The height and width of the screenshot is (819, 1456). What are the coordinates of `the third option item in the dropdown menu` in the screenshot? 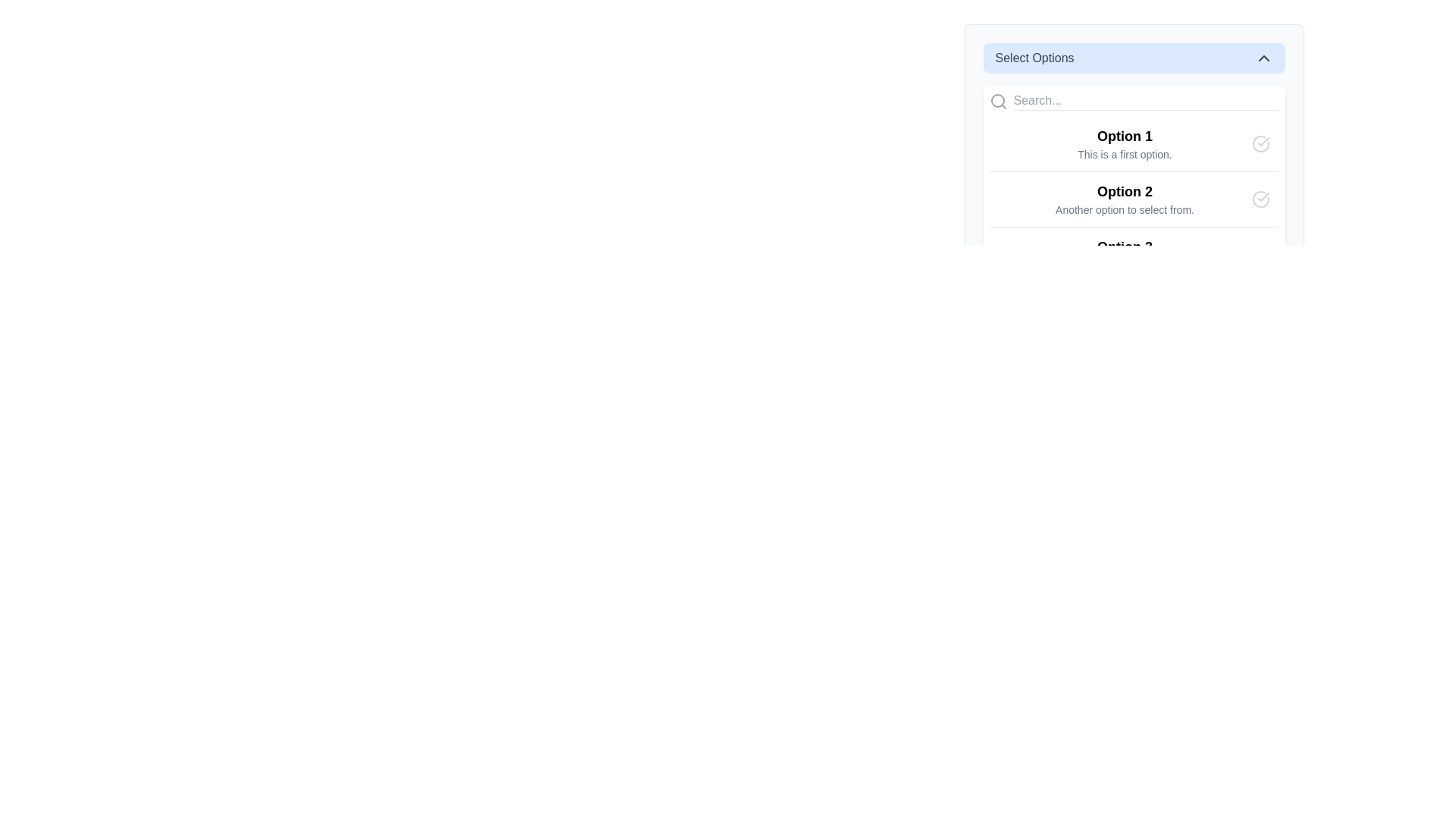 It's located at (1134, 253).